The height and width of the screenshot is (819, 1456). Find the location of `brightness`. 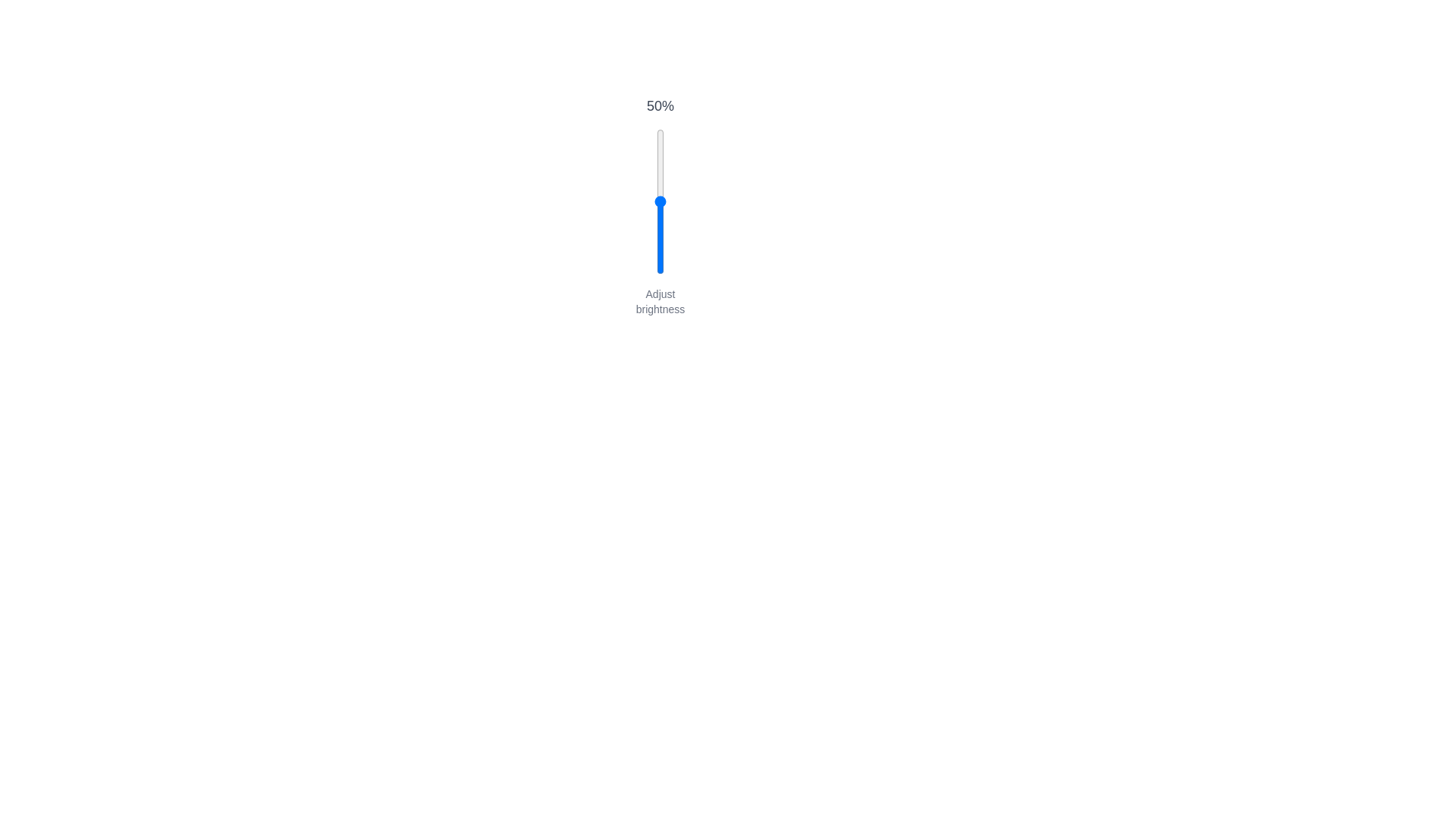

brightness is located at coordinates (660, 210).